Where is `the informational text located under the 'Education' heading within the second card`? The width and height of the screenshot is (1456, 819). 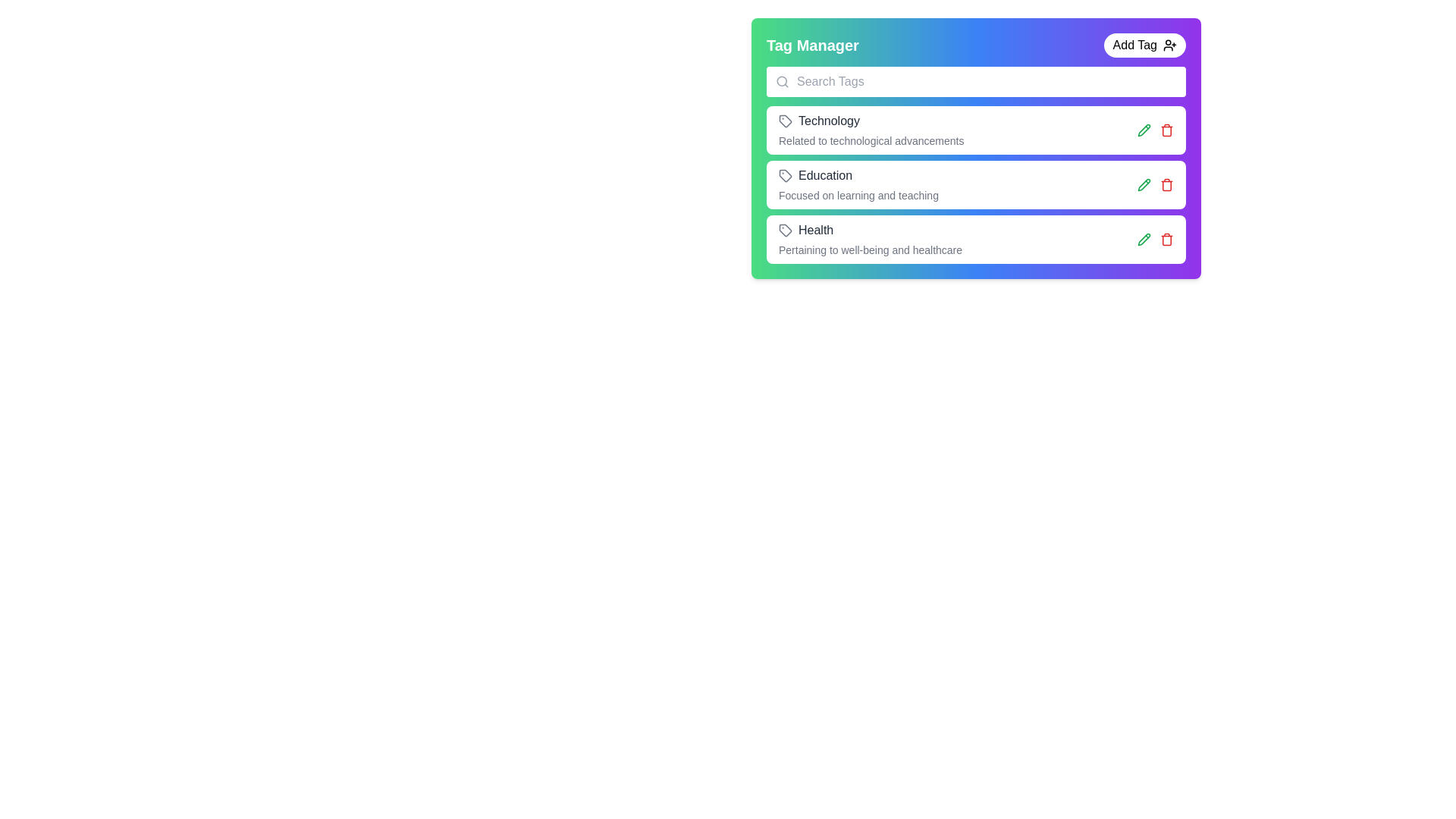
the informational text located under the 'Education' heading within the second card is located at coordinates (858, 195).